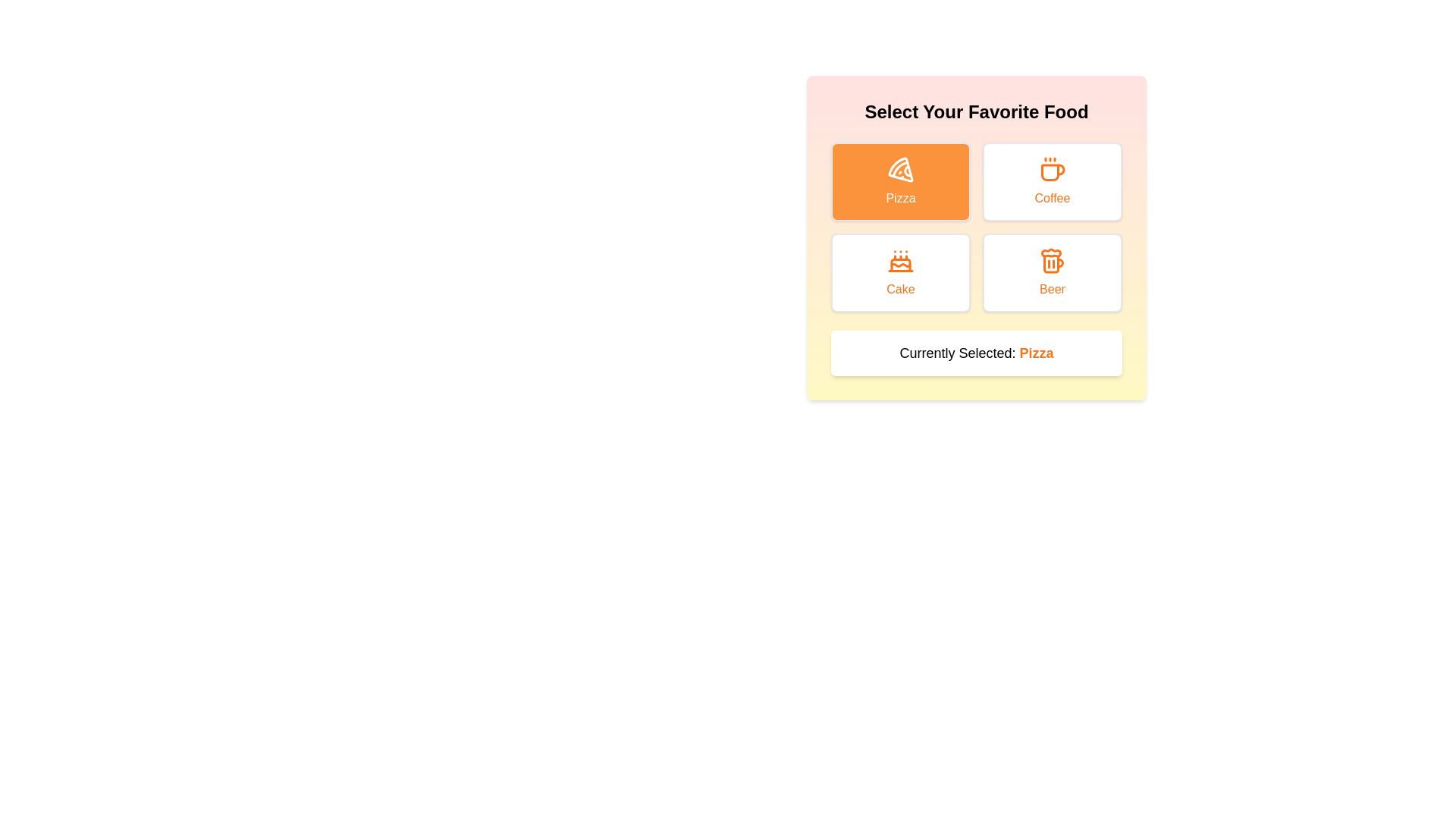 The height and width of the screenshot is (819, 1456). What do you see at coordinates (1051, 180) in the screenshot?
I see `the Coffee button to observe the hover effect` at bounding box center [1051, 180].